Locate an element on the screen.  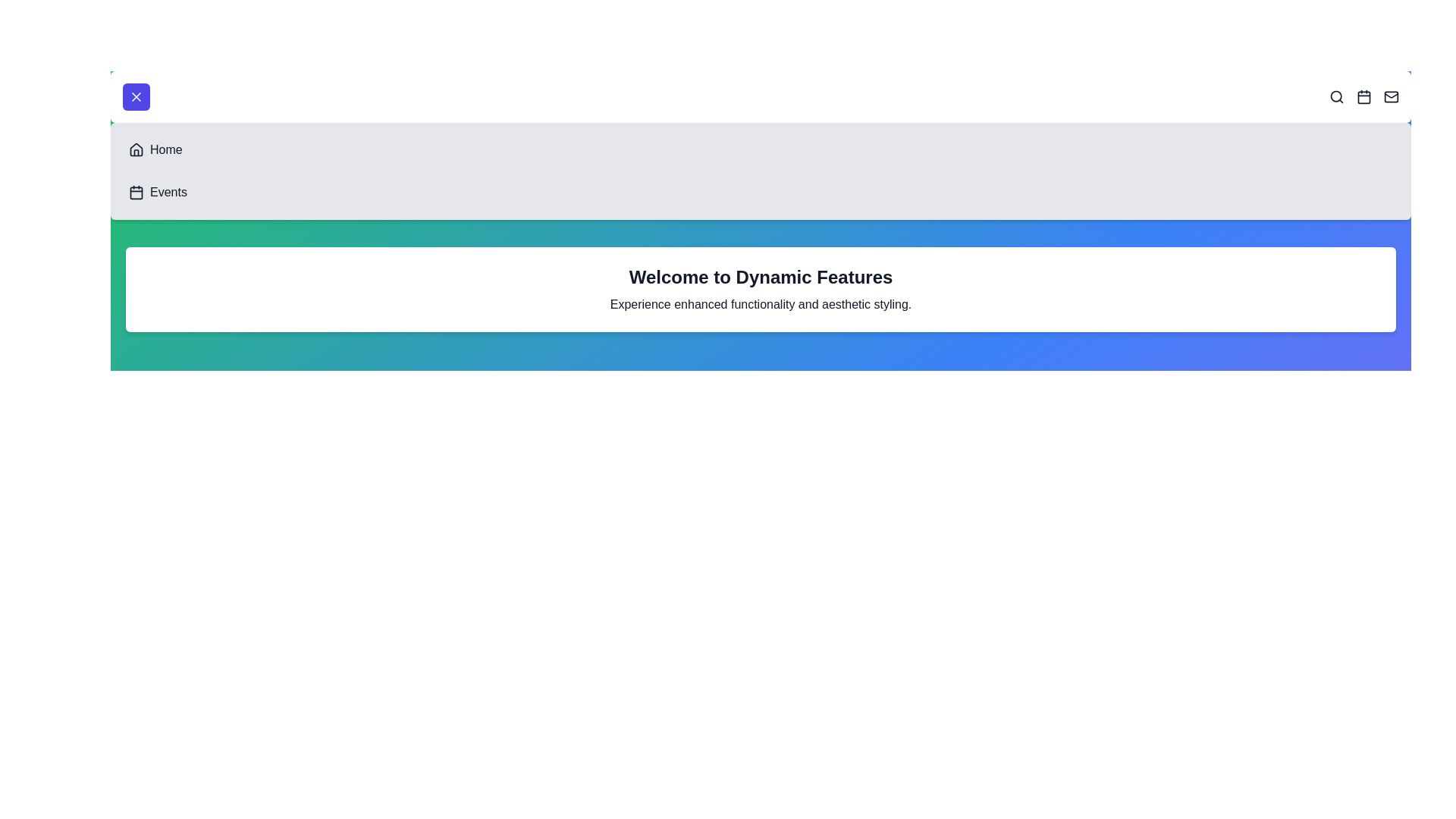
the navigation menu item Events to navigate is located at coordinates (136, 192).